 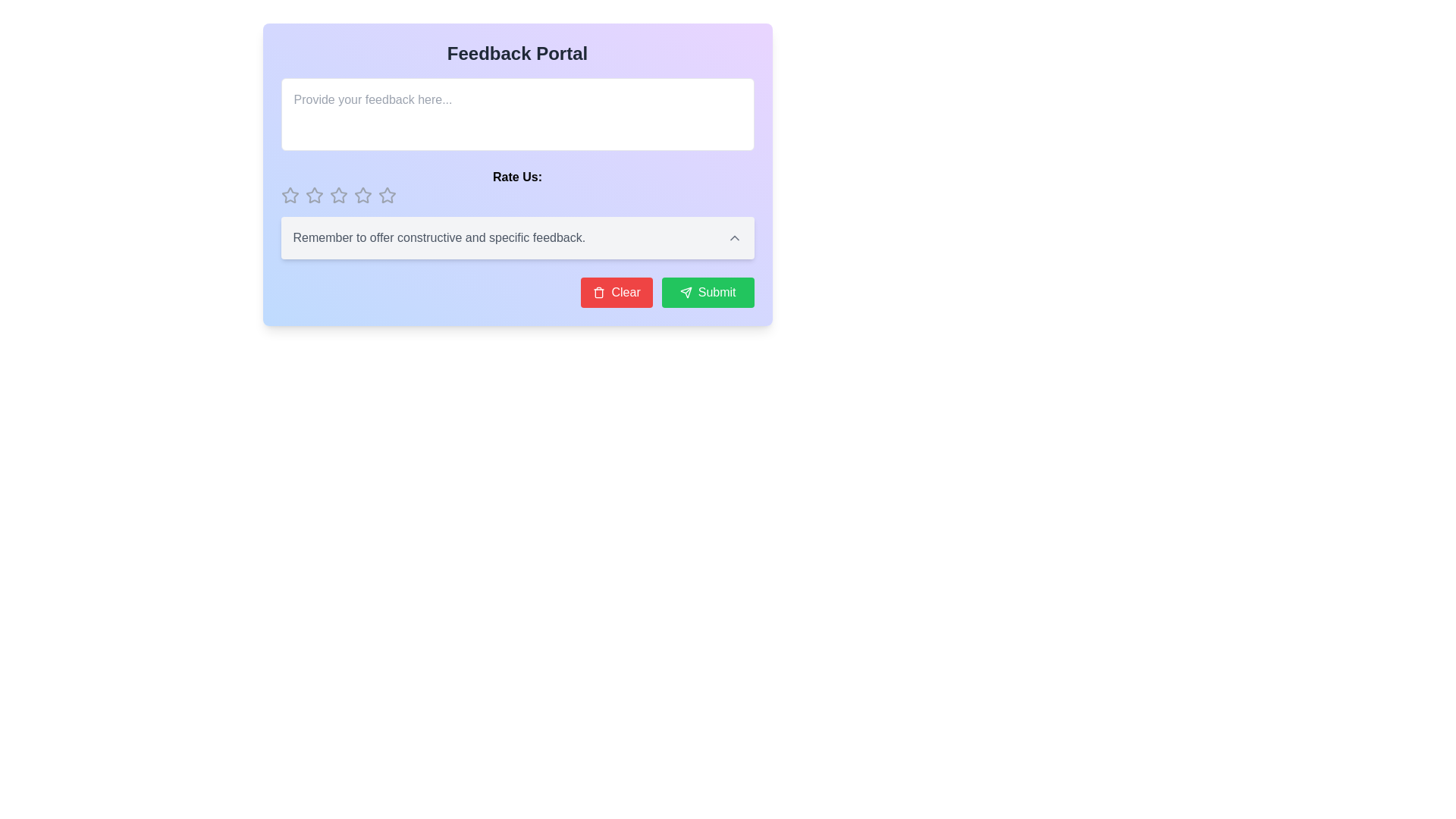 What do you see at coordinates (734, 237) in the screenshot?
I see `the button or icon located to the right of the text label 'Remember to offer constructive and specific feedback.'` at bounding box center [734, 237].